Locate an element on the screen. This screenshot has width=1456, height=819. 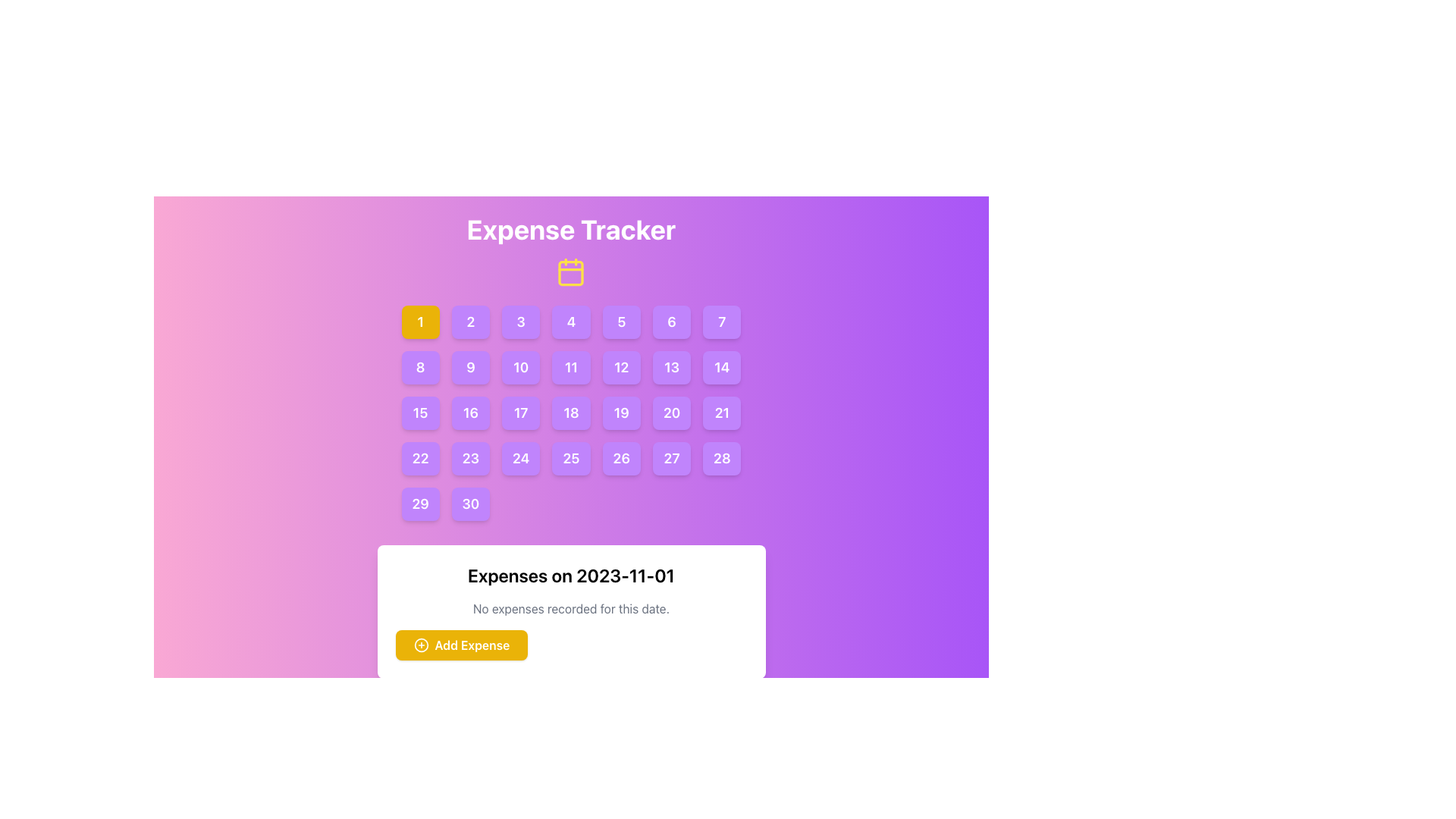
the purple button with the number '30' is located at coordinates (469, 504).